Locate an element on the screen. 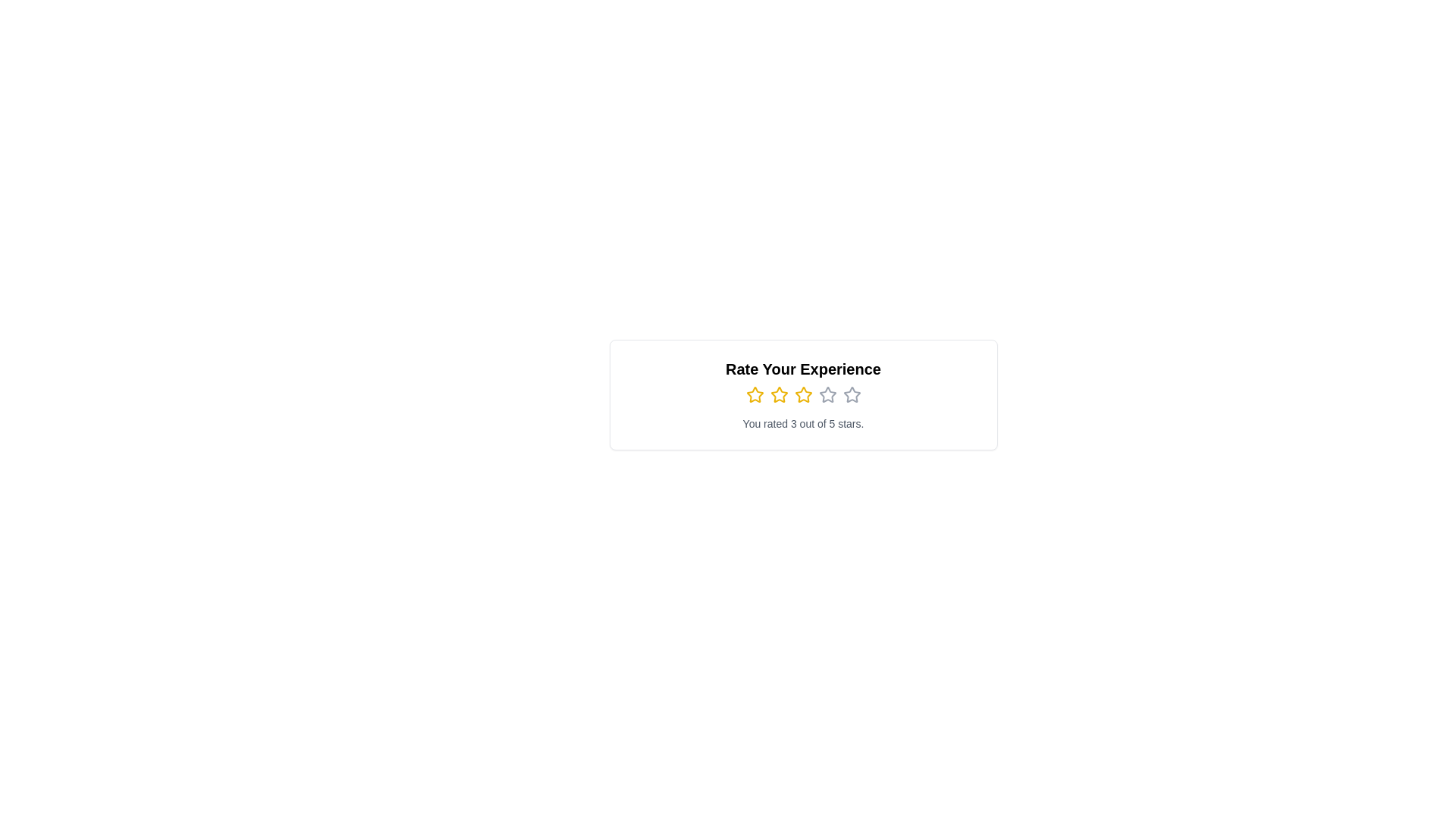 Image resolution: width=1456 pixels, height=819 pixels. the third star in the Rating Star element, which is highlighted in yellow and located below the 'Rate Your Experience' text is located at coordinates (802, 394).